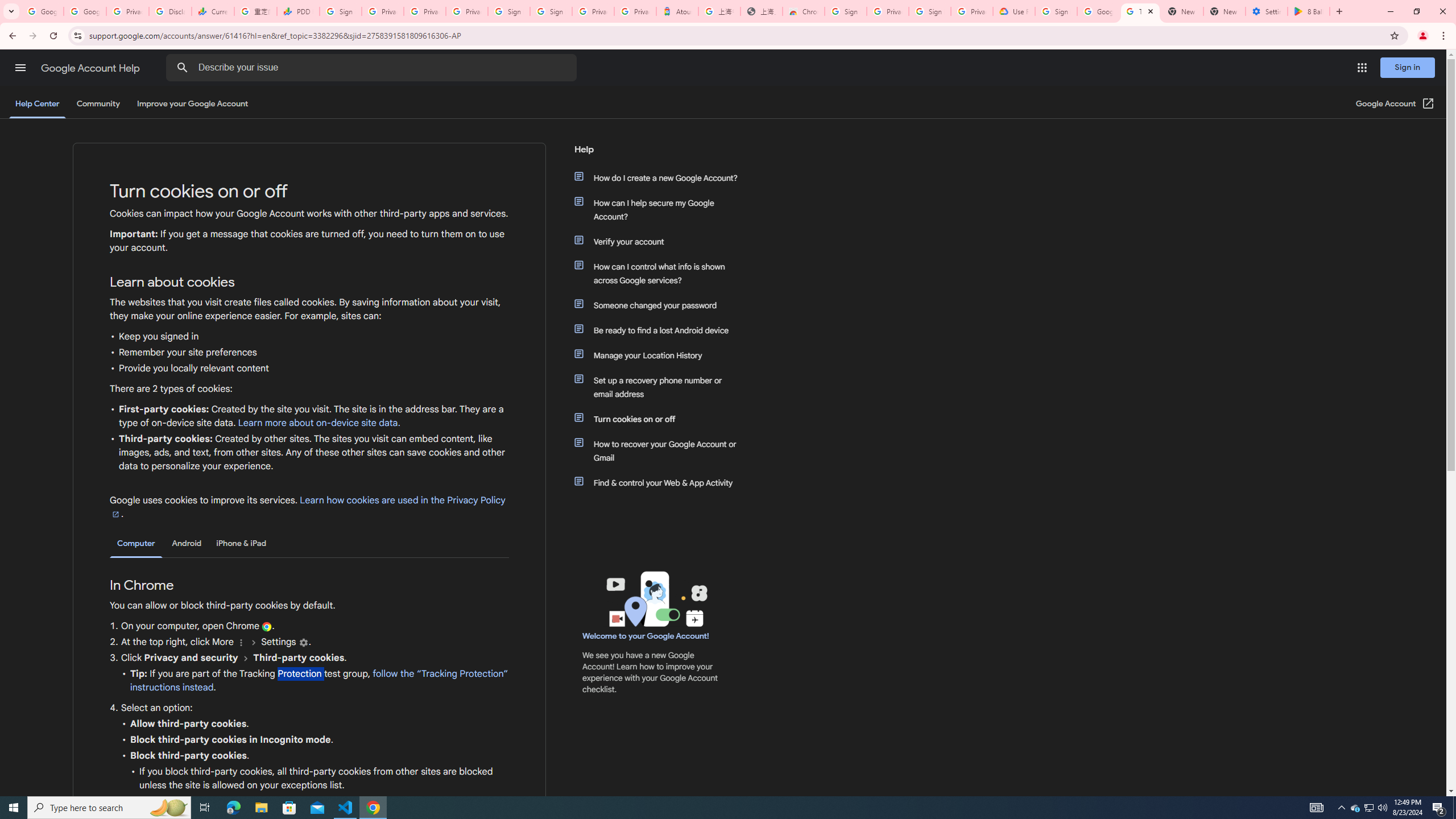 The width and height of the screenshot is (1456, 819). What do you see at coordinates (661, 330) in the screenshot?
I see `'Be ready to find a lost Android device'` at bounding box center [661, 330].